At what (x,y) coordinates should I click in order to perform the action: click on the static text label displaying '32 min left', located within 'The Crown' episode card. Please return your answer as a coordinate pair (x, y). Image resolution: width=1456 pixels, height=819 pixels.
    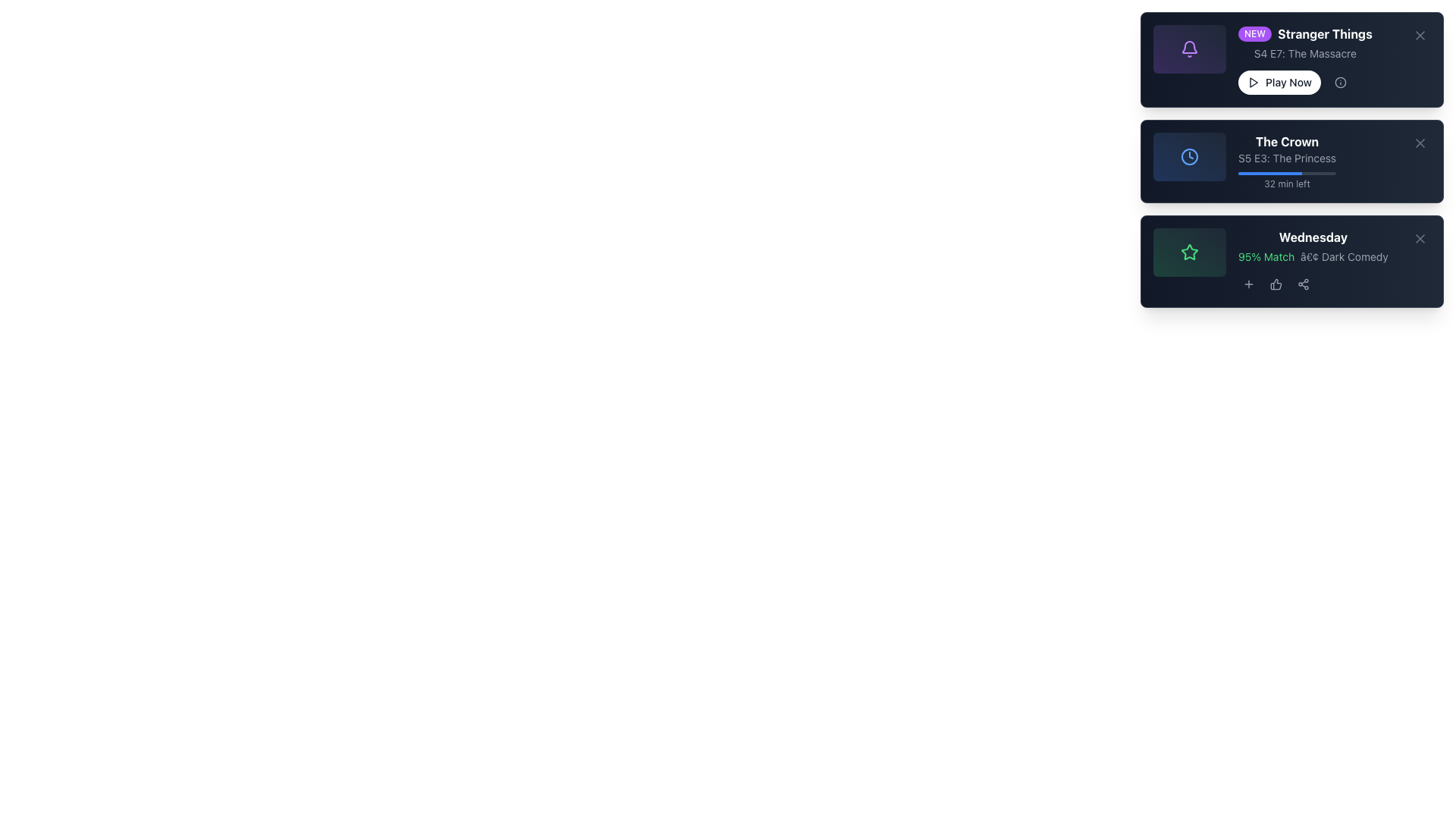
    Looking at the image, I should click on (1286, 184).